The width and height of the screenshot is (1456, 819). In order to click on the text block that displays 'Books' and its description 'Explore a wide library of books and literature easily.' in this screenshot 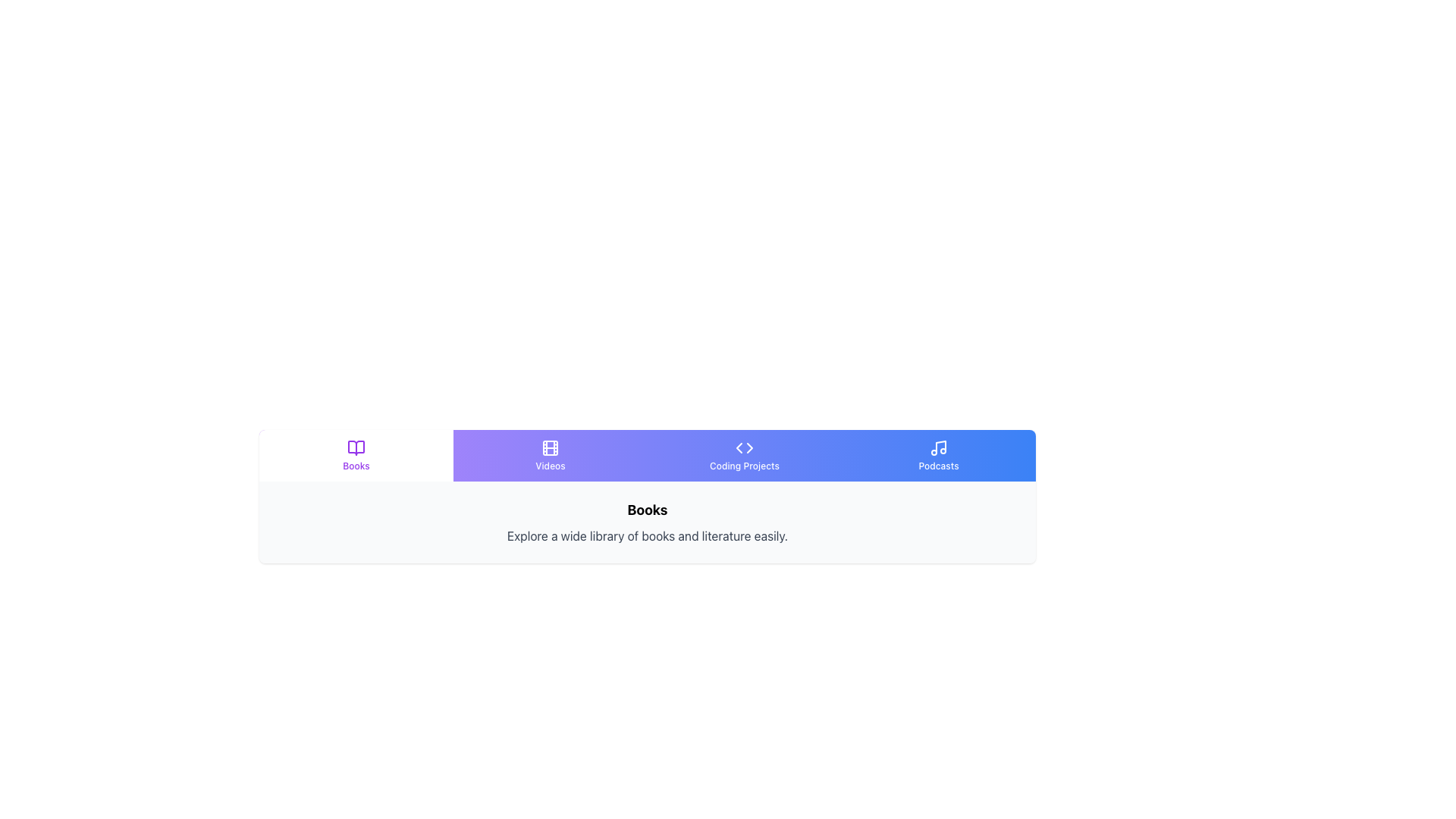, I will do `click(648, 522)`.